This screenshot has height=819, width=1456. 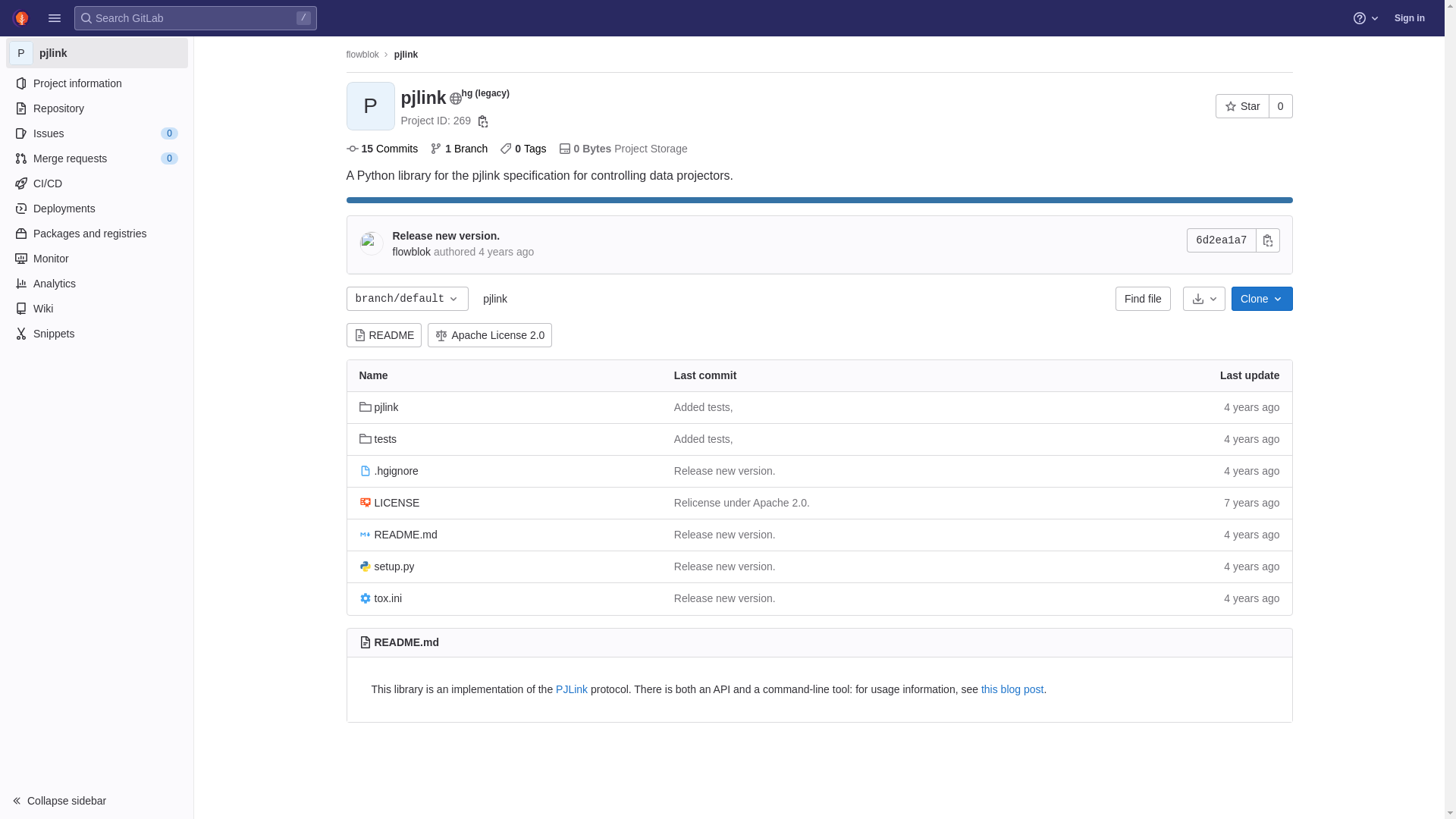 What do you see at coordinates (96, 183) in the screenshot?
I see `'CI/CD'` at bounding box center [96, 183].